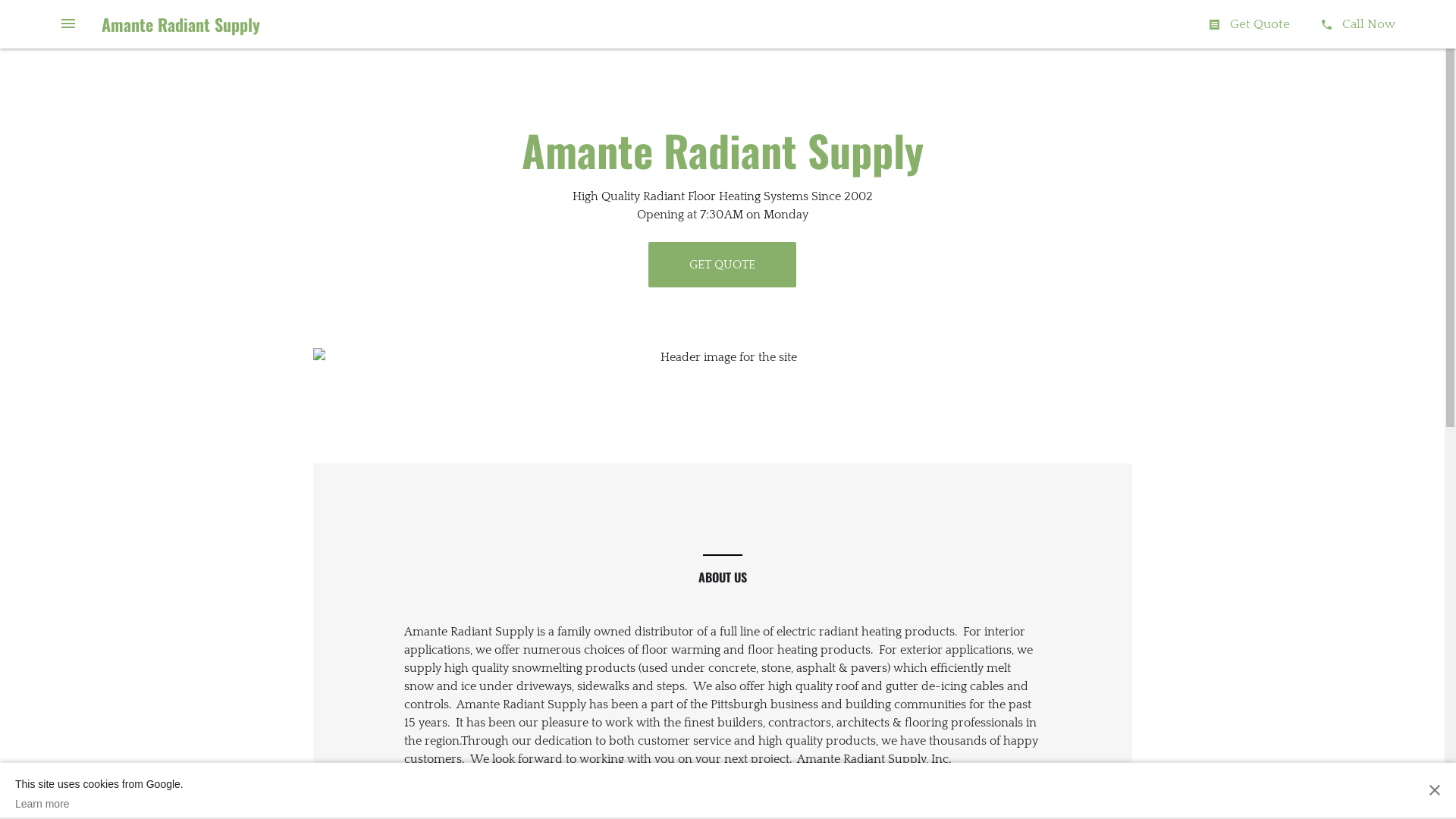 The width and height of the screenshot is (1456, 819). Describe the element at coordinates (721, 263) in the screenshot. I see `'GET QUOTE'` at that location.